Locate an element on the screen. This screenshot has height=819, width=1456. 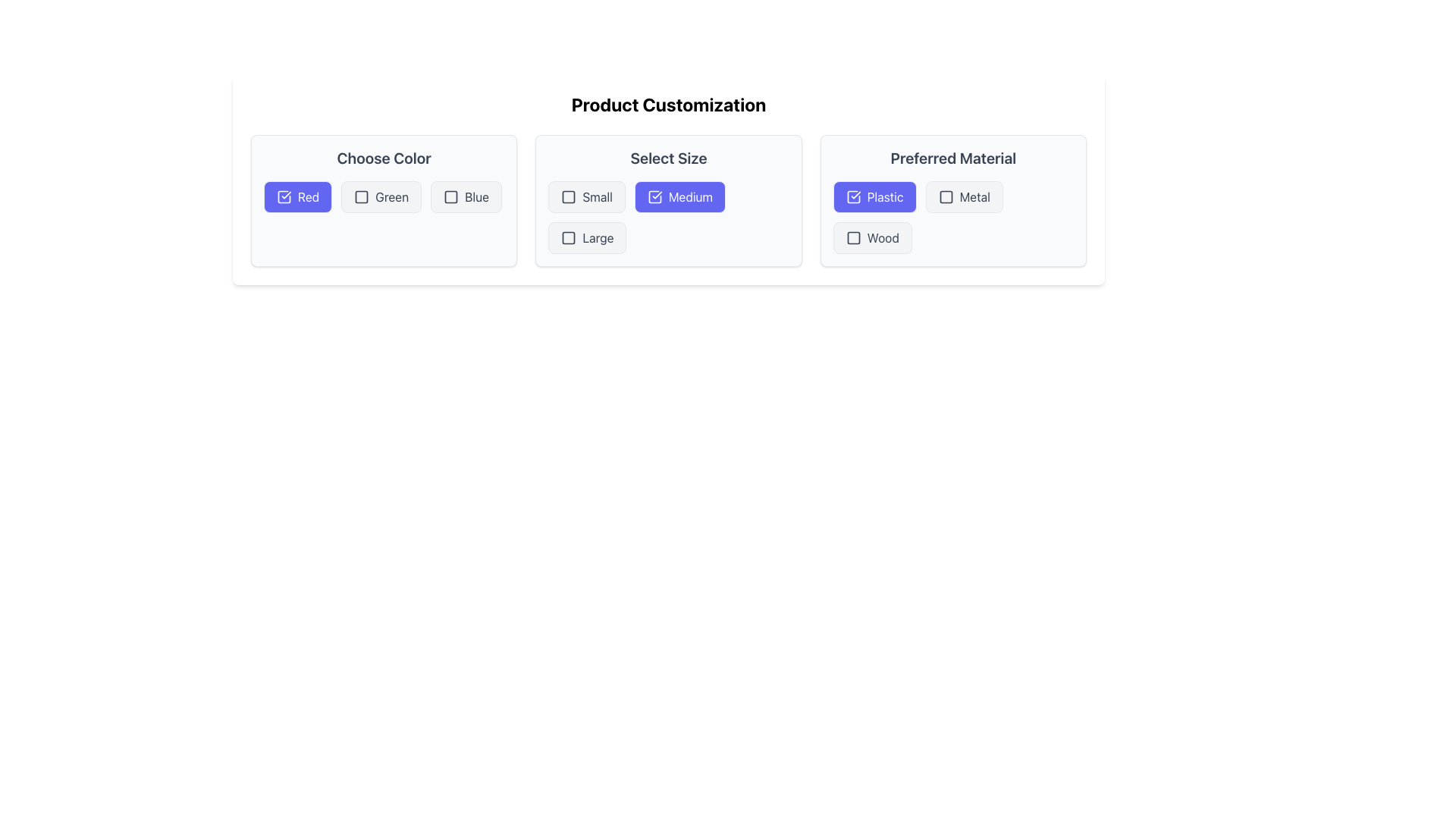
the checkbox associated with the 'Small' size option in the 'Select Size' section of the 'Product Customization' interface is located at coordinates (567, 196).